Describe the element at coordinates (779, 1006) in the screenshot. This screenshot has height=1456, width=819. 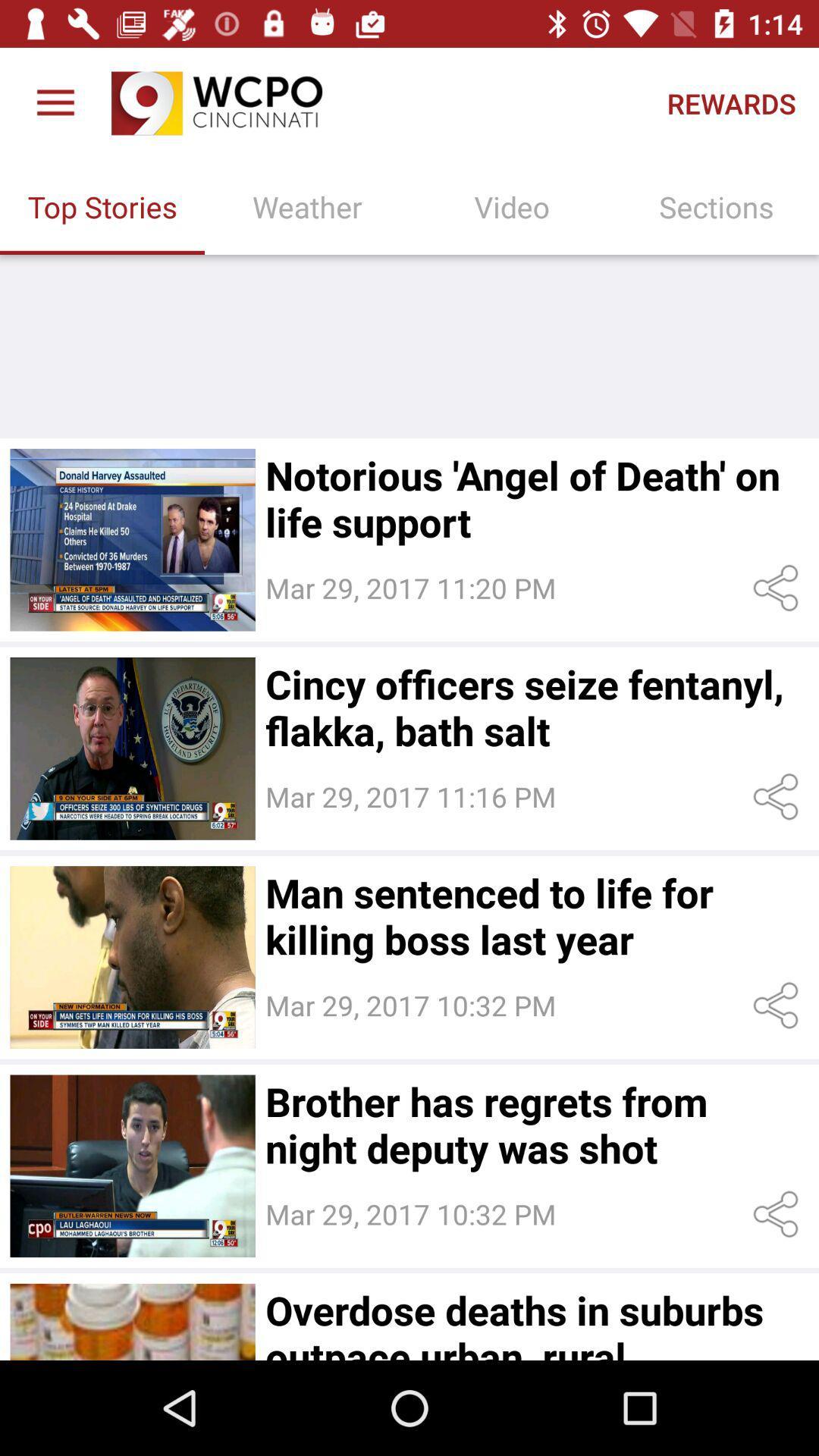
I see `open link` at that location.